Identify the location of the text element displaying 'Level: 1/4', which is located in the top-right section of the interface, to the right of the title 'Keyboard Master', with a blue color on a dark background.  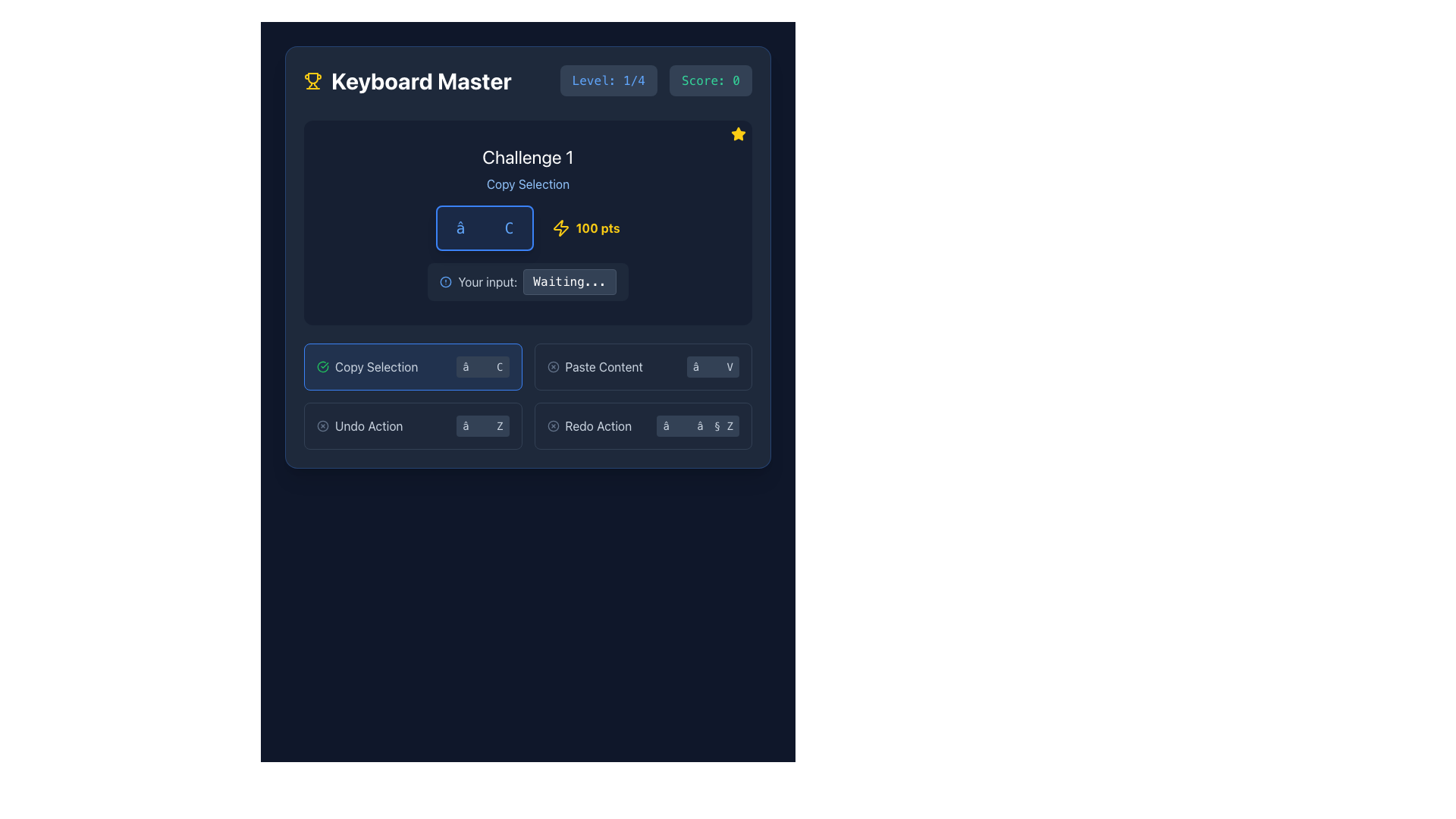
(608, 80).